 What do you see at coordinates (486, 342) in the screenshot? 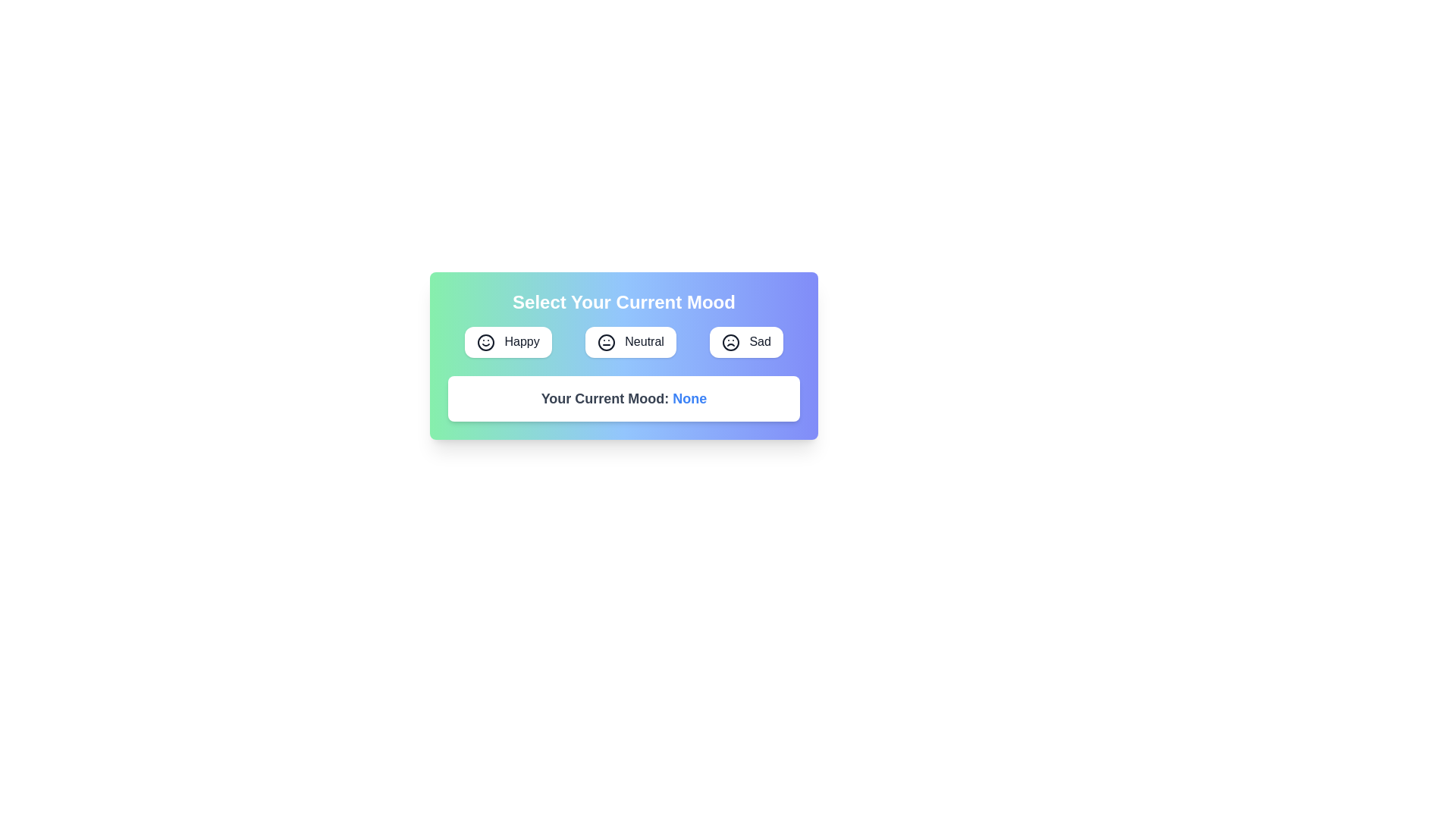
I see `the circular vector graphic element located within the first button of the mood selector, which is part of the smiley face icon aligned to the left of the 'Happy' text` at bounding box center [486, 342].